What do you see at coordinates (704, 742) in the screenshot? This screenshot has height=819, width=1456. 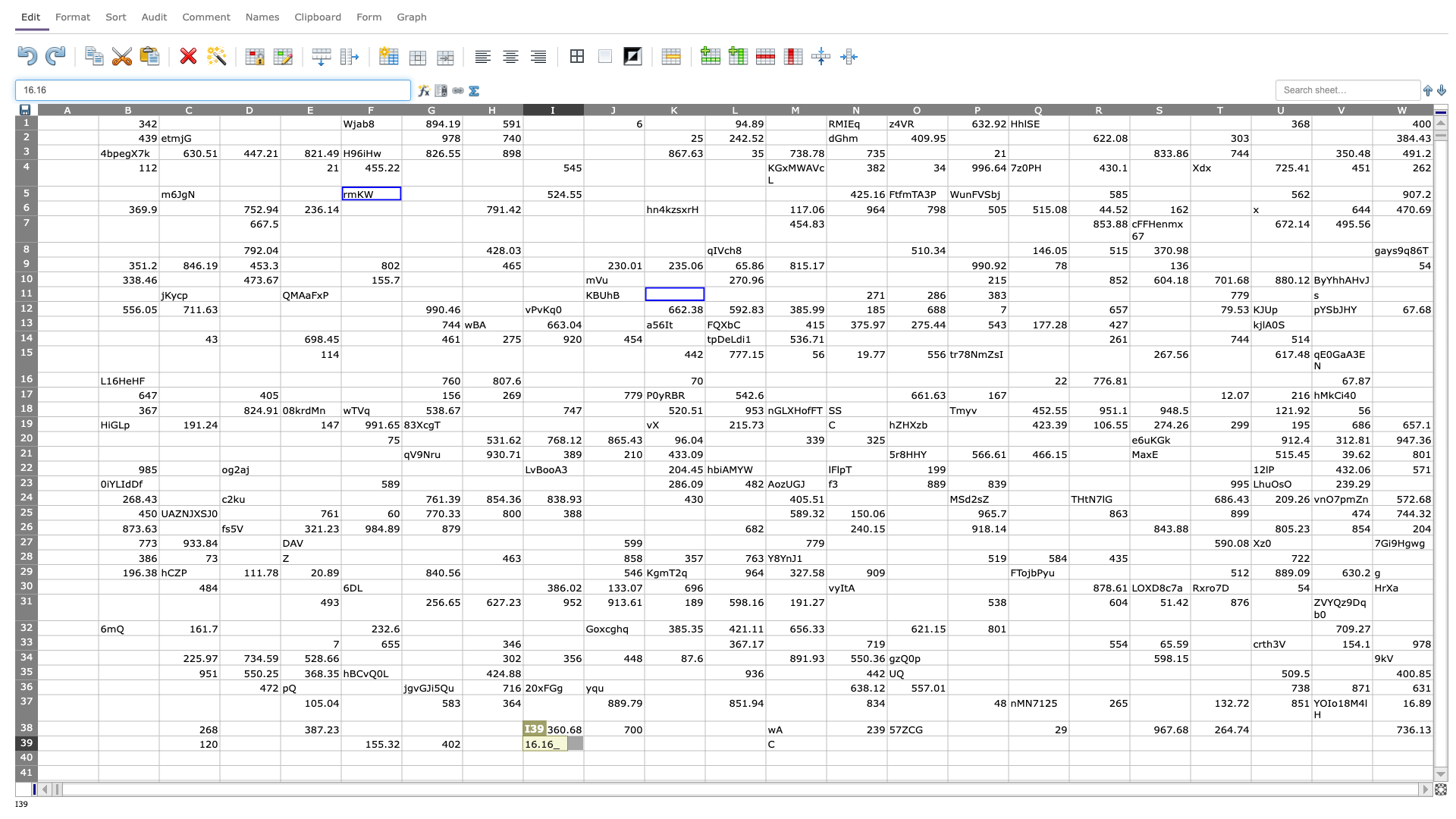 I see `Left side of cell L39` at bounding box center [704, 742].